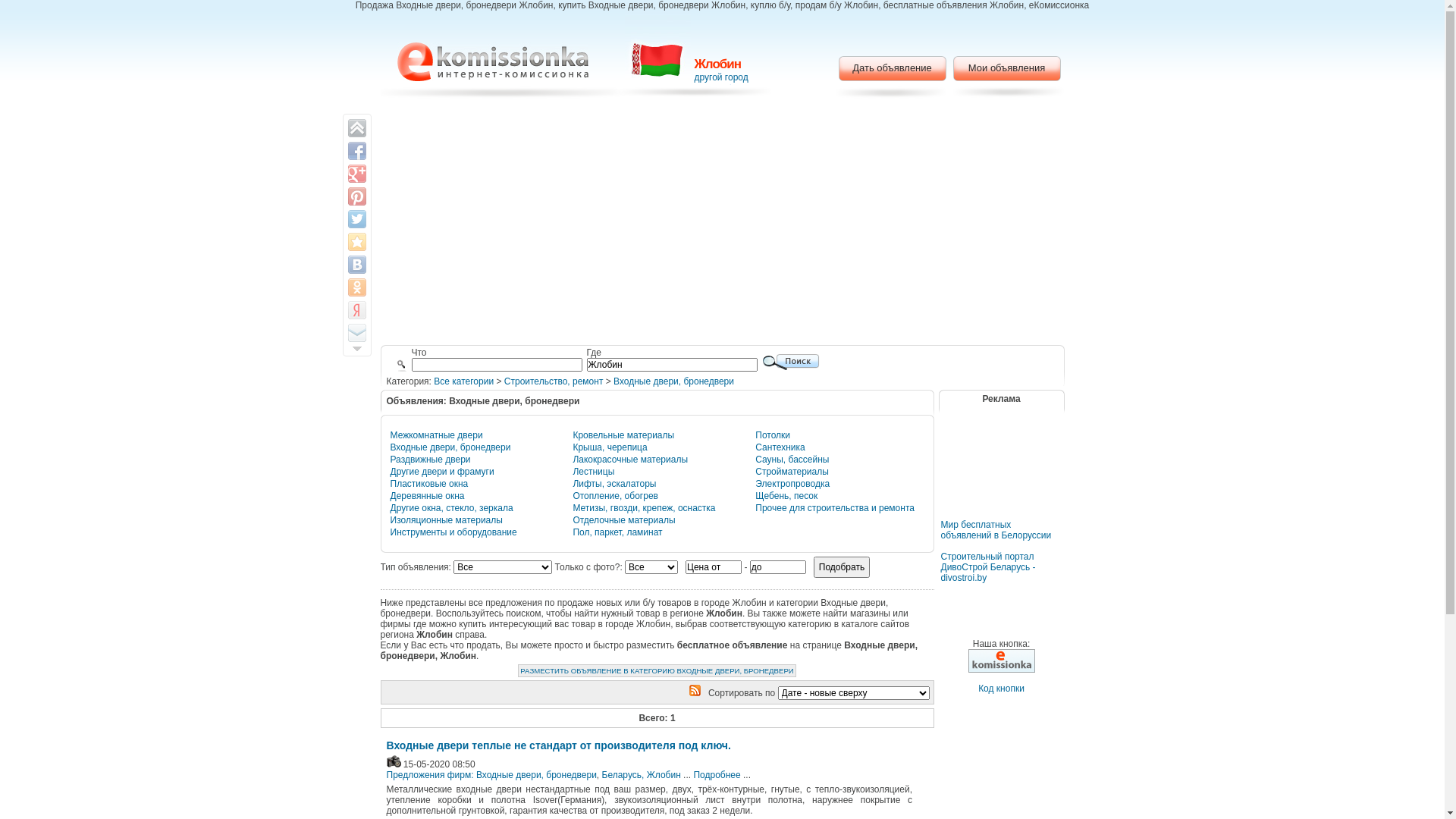  Describe the element at coordinates (356, 219) in the screenshot. I see `'Share on Twitter'` at that location.